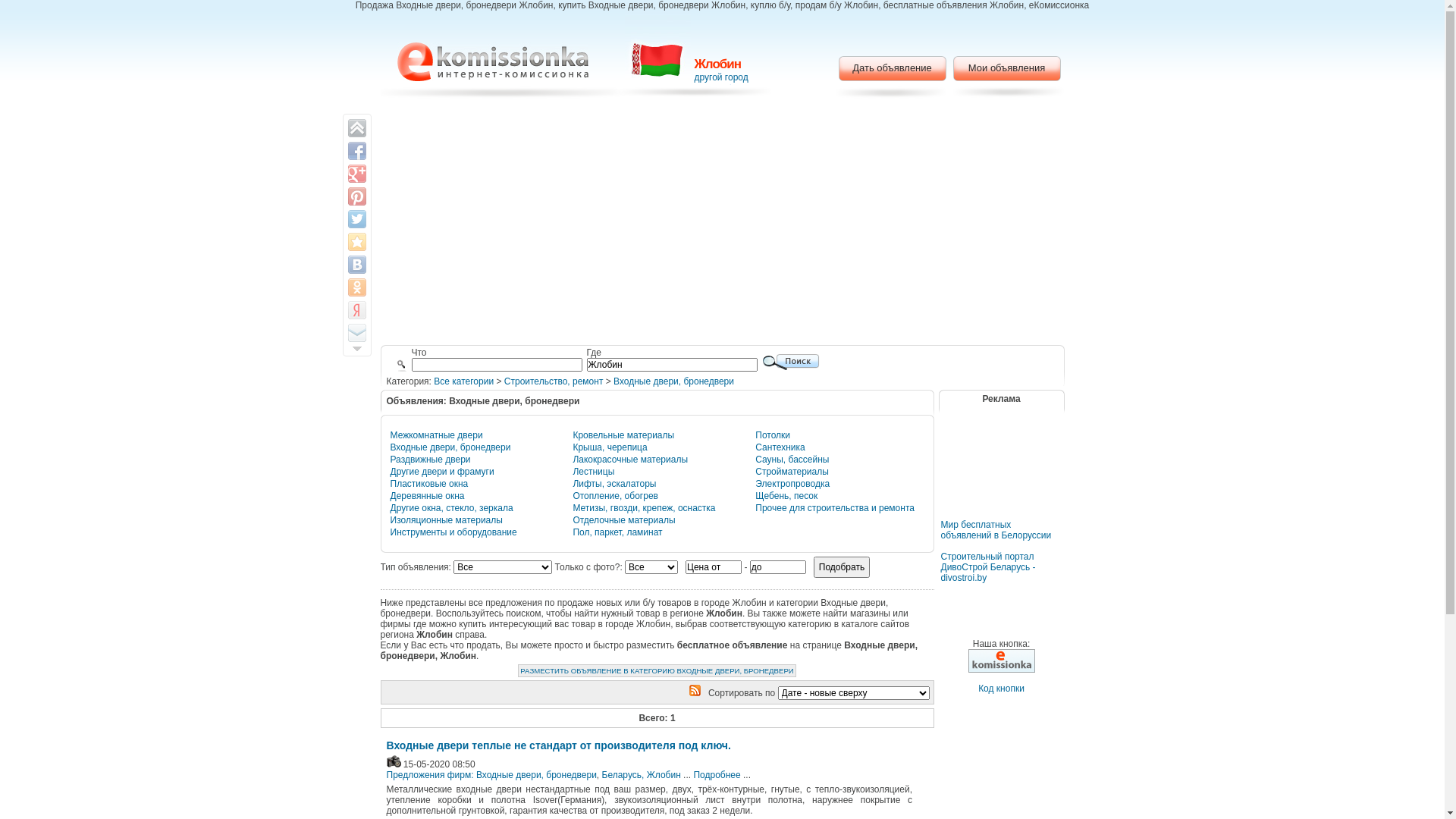  Describe the element at coordinates (356, 219) in the screenshot. I see `'Share on Twitter'` at that location.